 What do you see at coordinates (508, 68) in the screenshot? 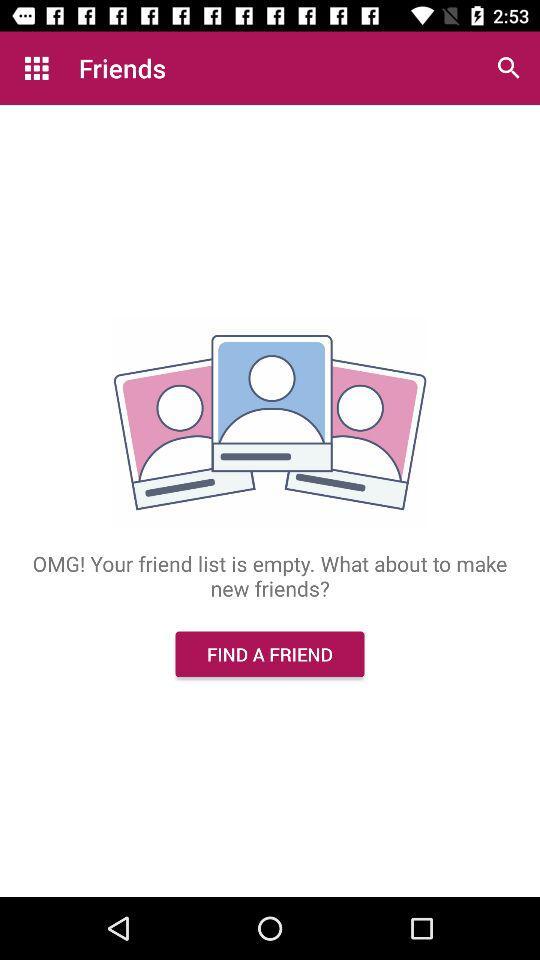
I see `icon to the right of the friends app` at bounding box center [508, 68].